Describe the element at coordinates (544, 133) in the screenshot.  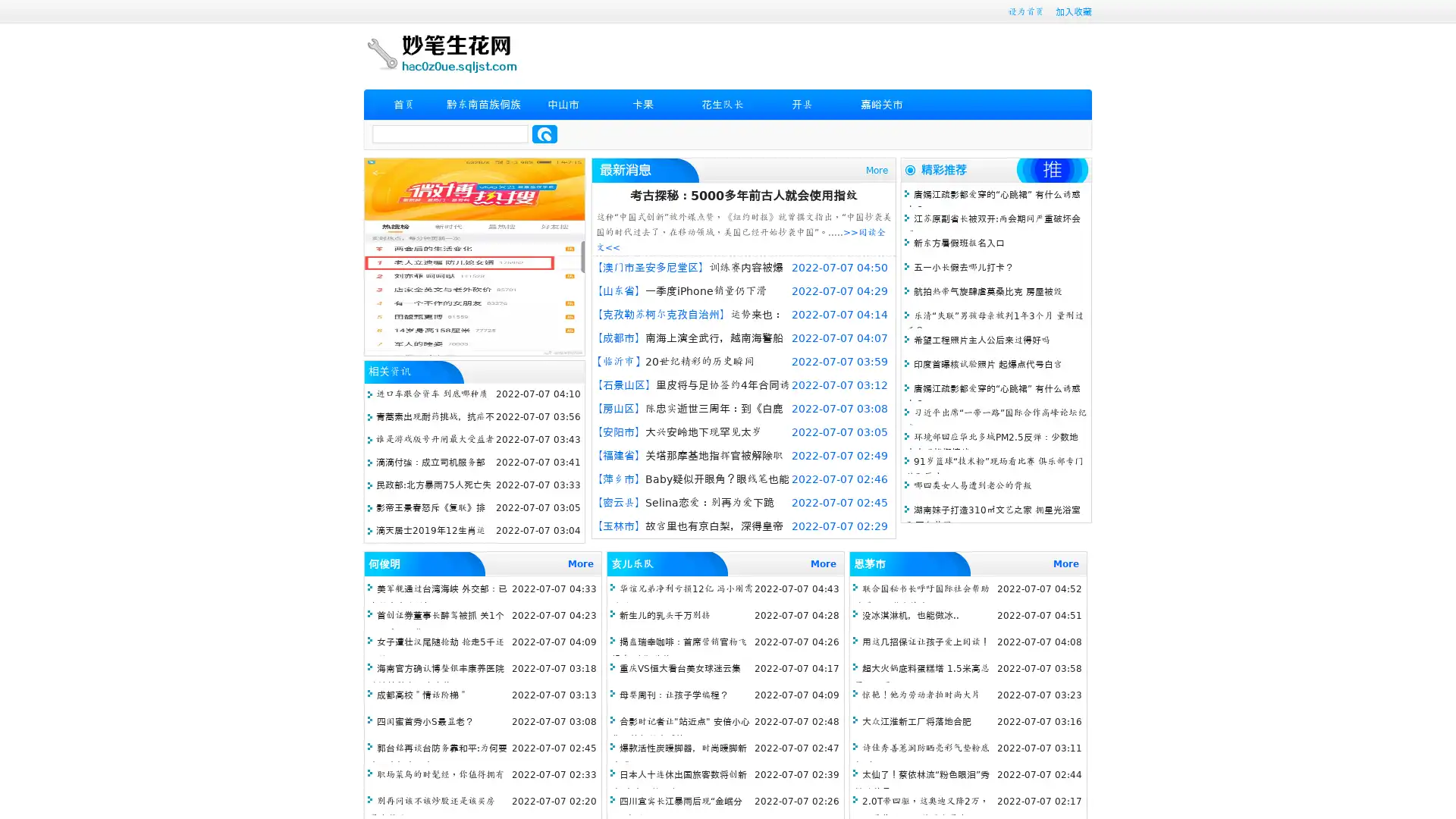
I see `Search` at that location.